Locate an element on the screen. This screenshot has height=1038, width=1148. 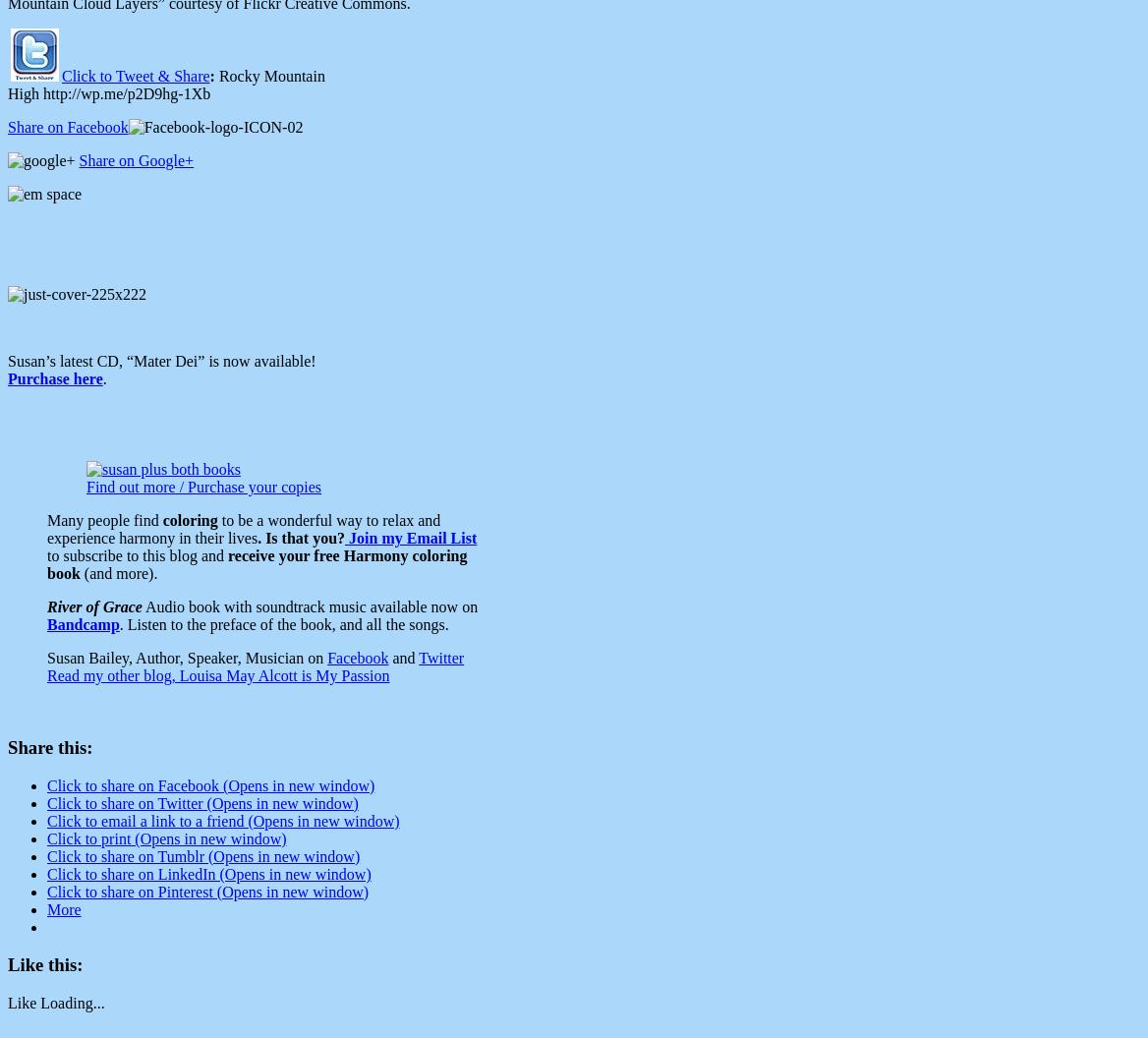
'Bandcamp' is located at coordinates (82, 623).